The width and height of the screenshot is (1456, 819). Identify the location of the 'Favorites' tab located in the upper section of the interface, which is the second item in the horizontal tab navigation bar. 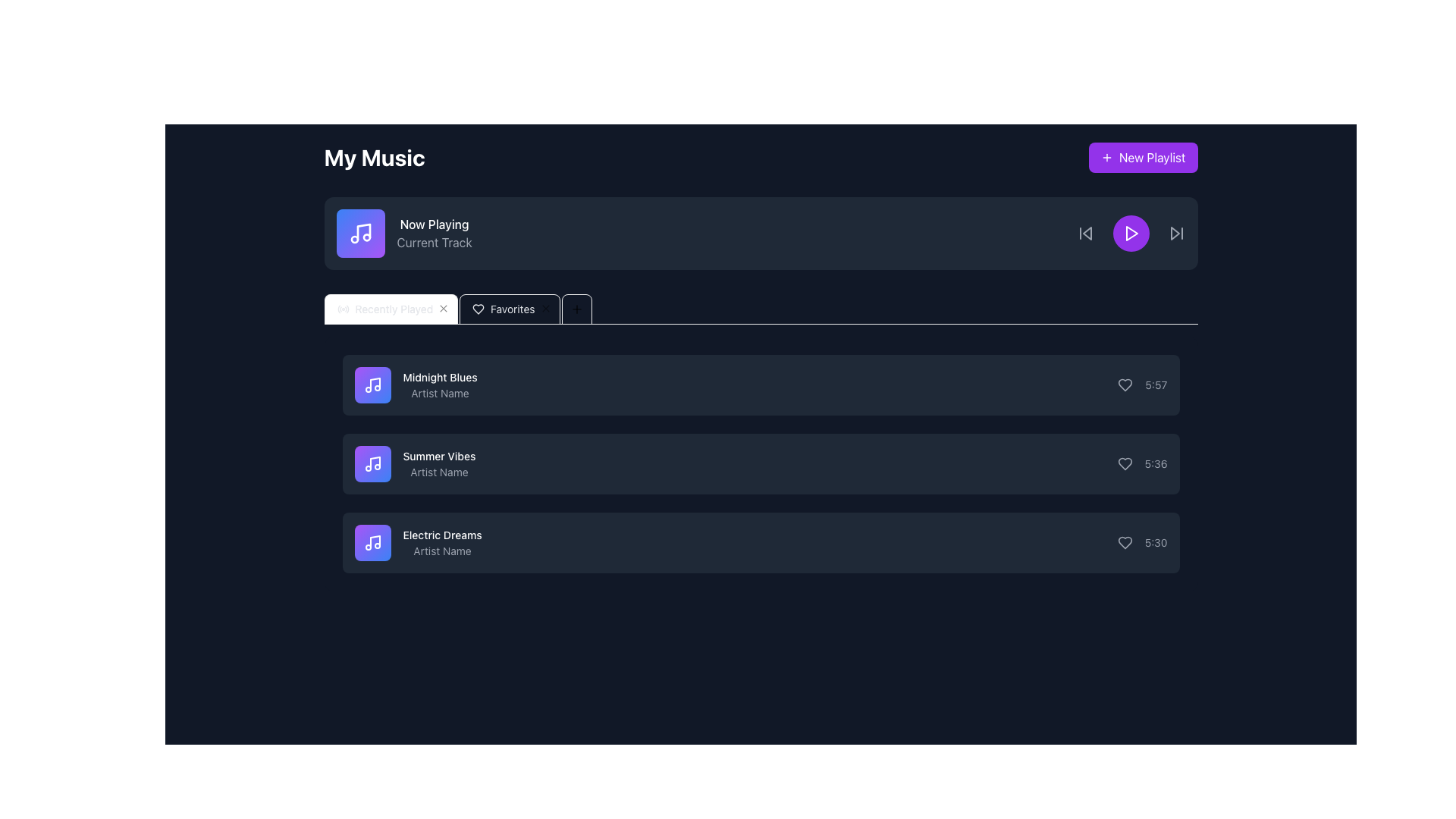
(457, 309).